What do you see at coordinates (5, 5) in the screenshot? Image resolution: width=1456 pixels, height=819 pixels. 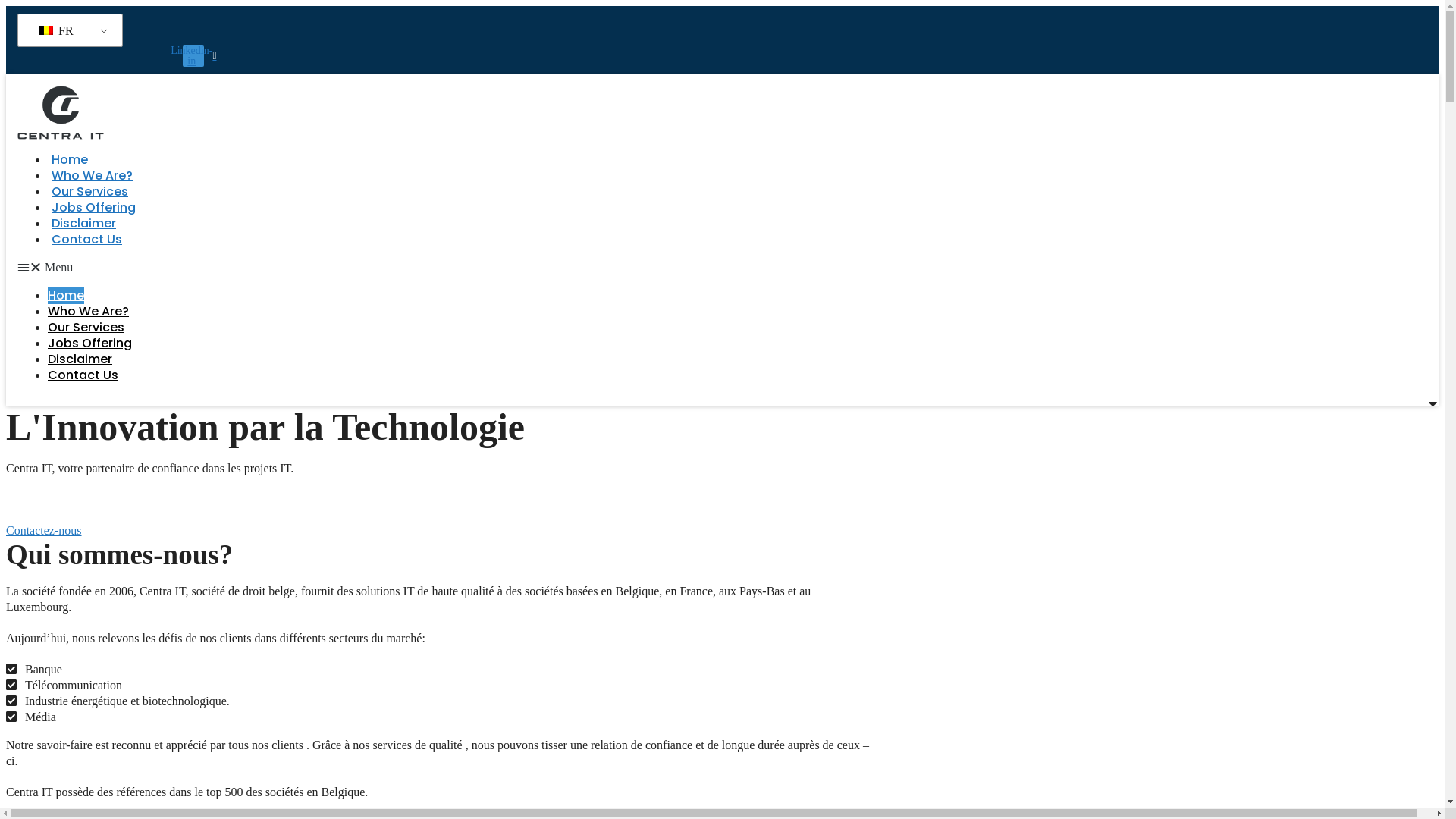 I see `'Aller au contenu'` at bounding box center [5, 5].